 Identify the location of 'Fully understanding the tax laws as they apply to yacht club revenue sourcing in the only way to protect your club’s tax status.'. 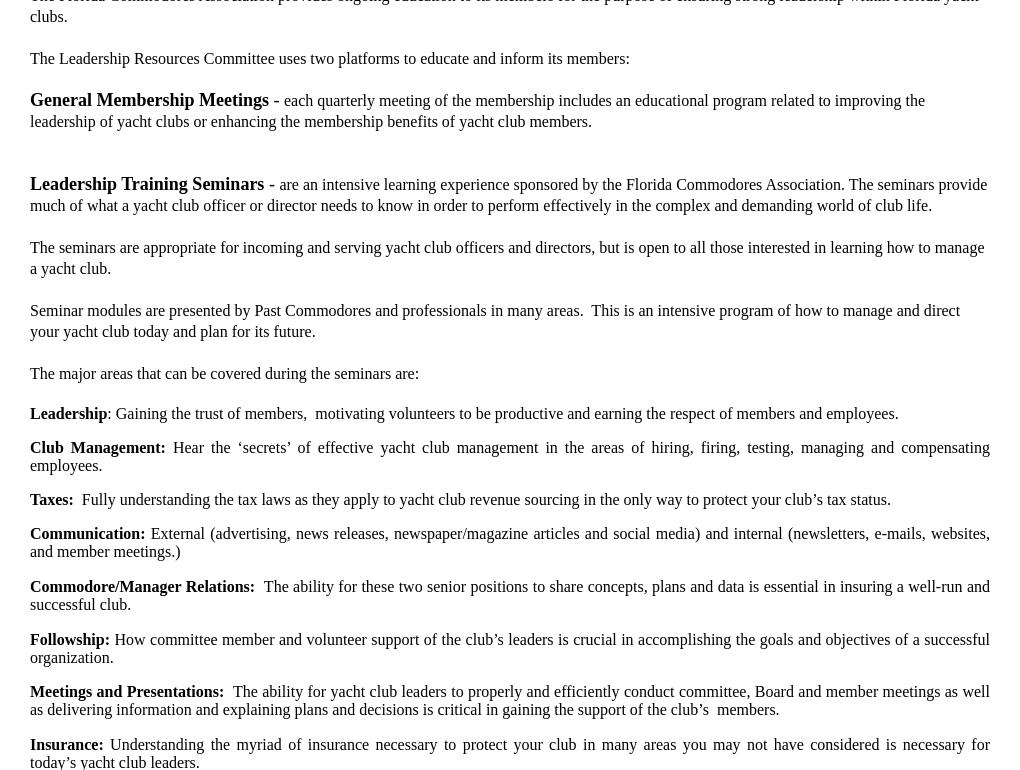
(486, 499).